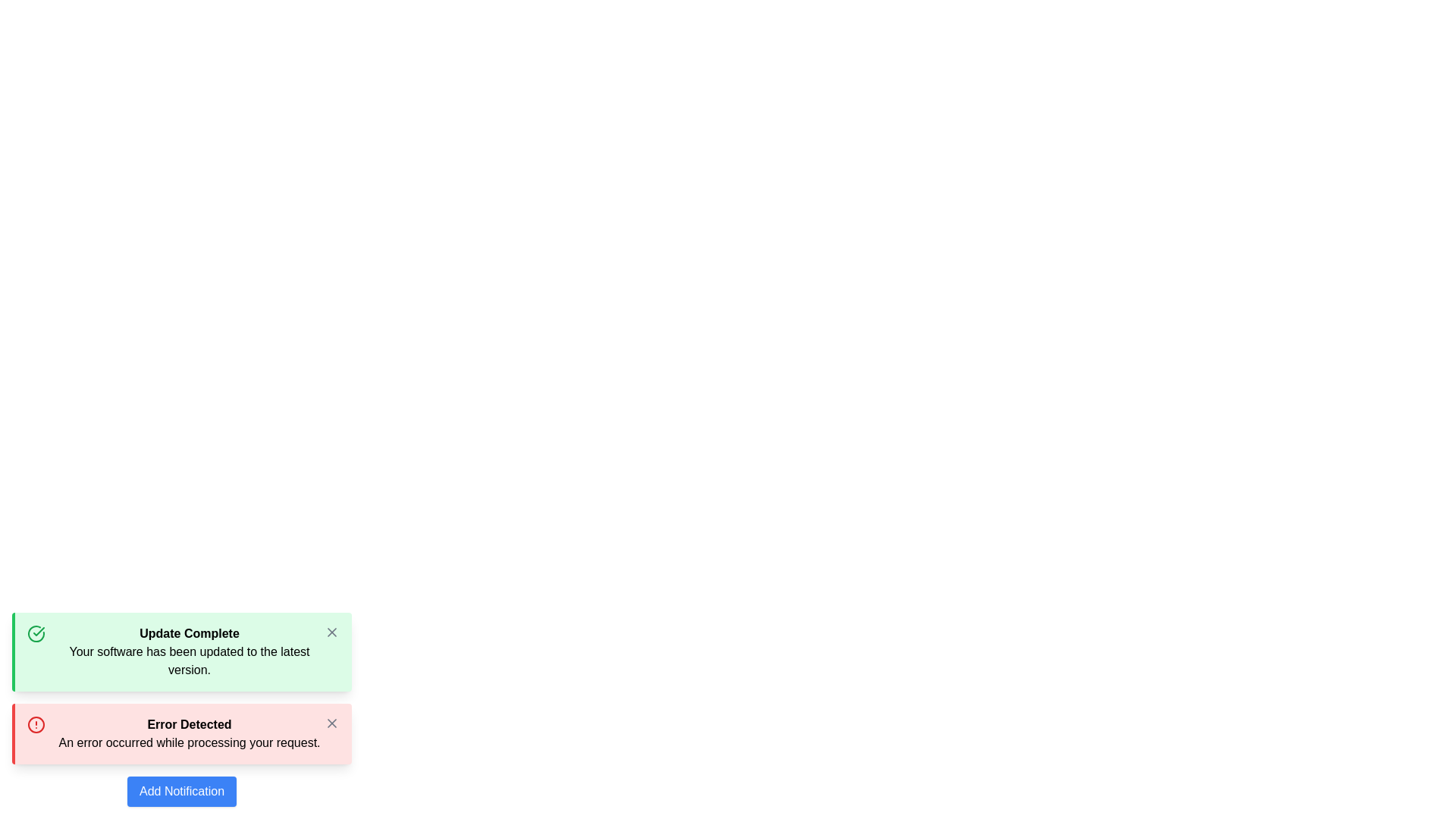 This screenshot has height=819, width=1456. What do you see at coordinates (182, 651) in the screenshot?
I see `success message from the topmost notification card located at the bottom-left corner of the interface, positioned above the 'Error Detected' notification` at bounding box center [182, 651].